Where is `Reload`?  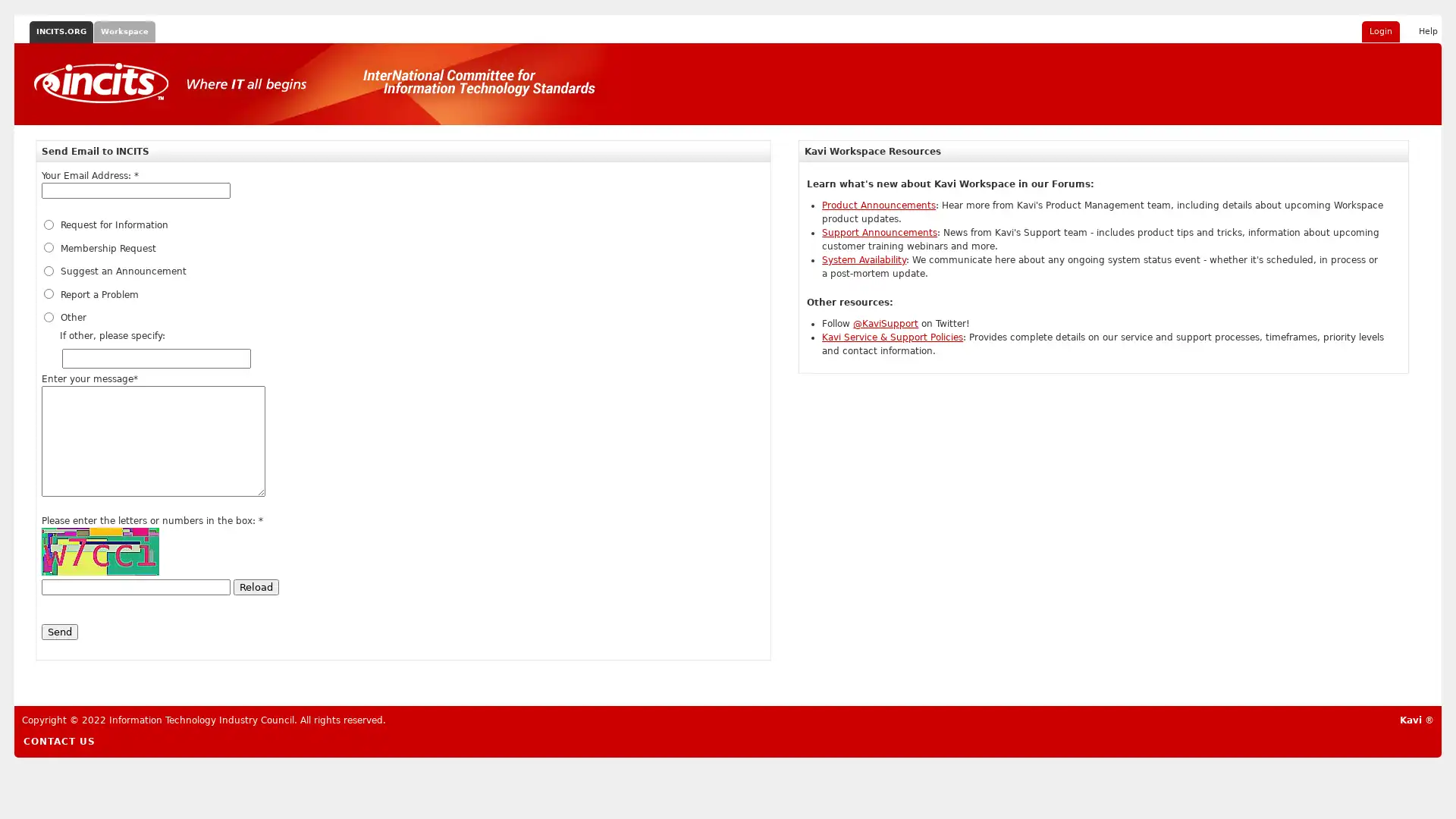 Reload is located at coordinates (256, 586).